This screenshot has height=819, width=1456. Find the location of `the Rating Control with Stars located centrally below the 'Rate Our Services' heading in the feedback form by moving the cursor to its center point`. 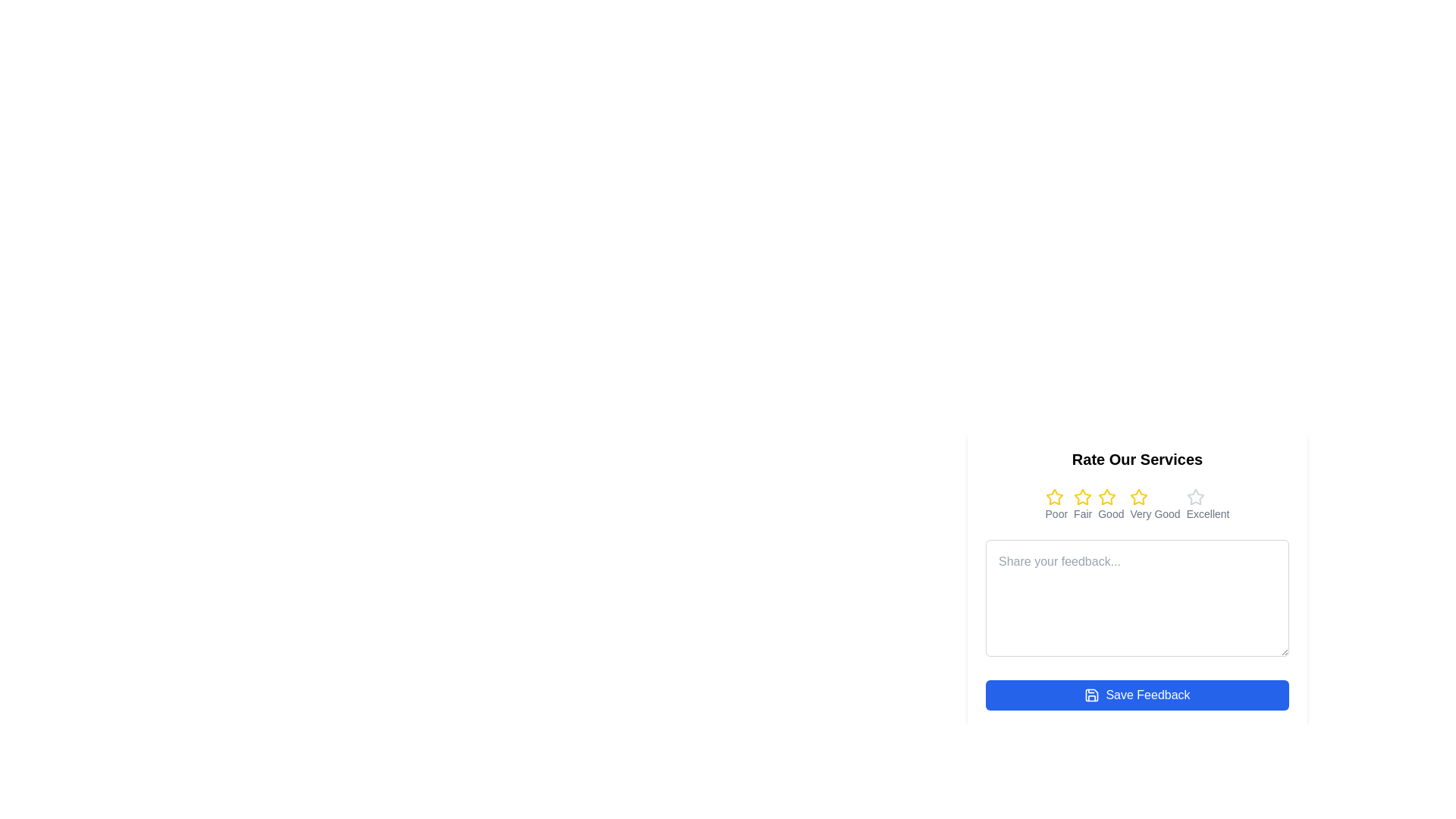

the Rating Control with Stars located centrally below the 'Rate Our Services' heading in the feedback form by moving the cursor to its center point is located at coordinates (1137, 505).